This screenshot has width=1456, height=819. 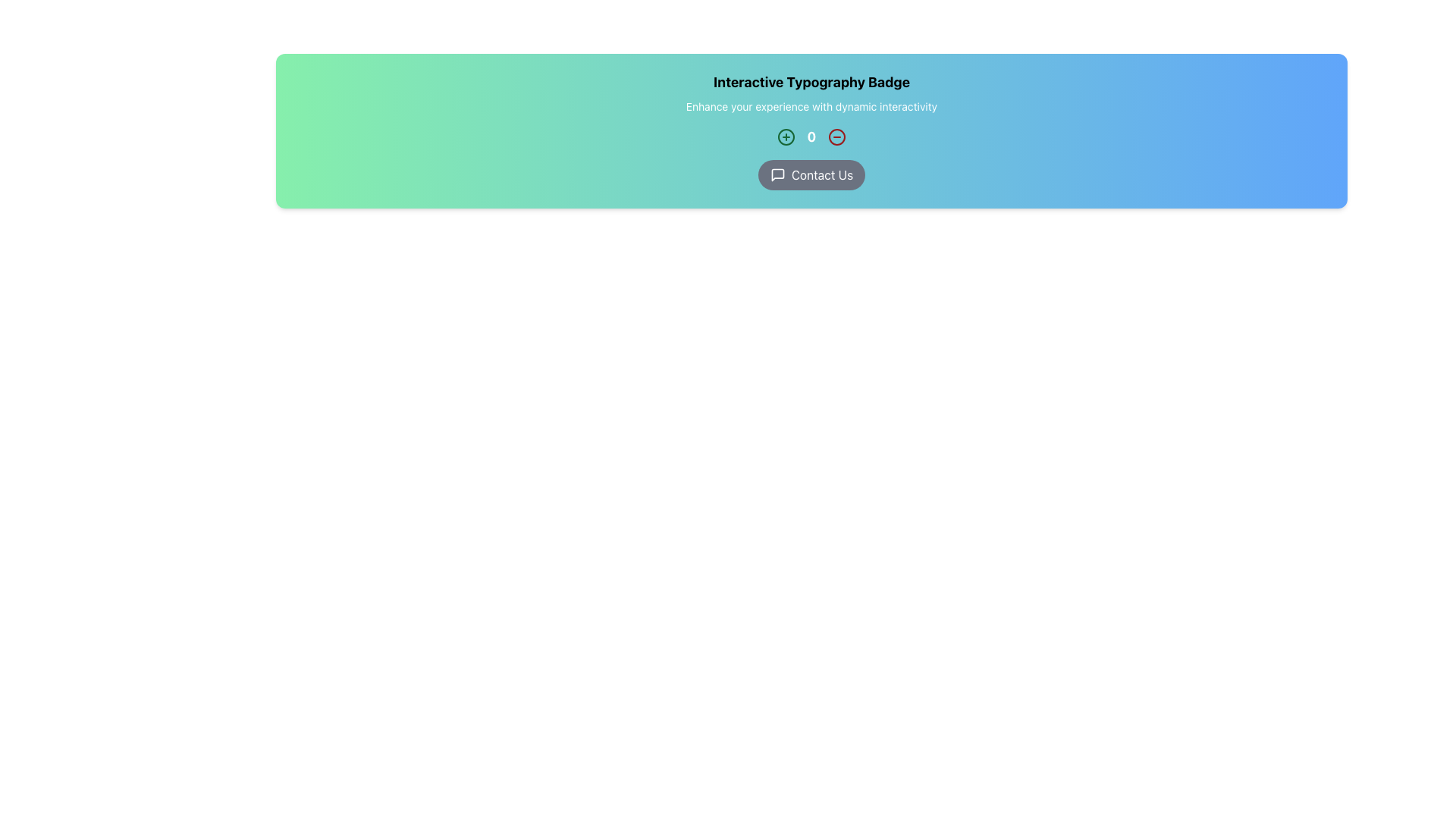 I want to click on the decorative SVG icon inside the 'Contact Us' button located in the lower part of the gradient color section of the page, so click(x=777, y=174).